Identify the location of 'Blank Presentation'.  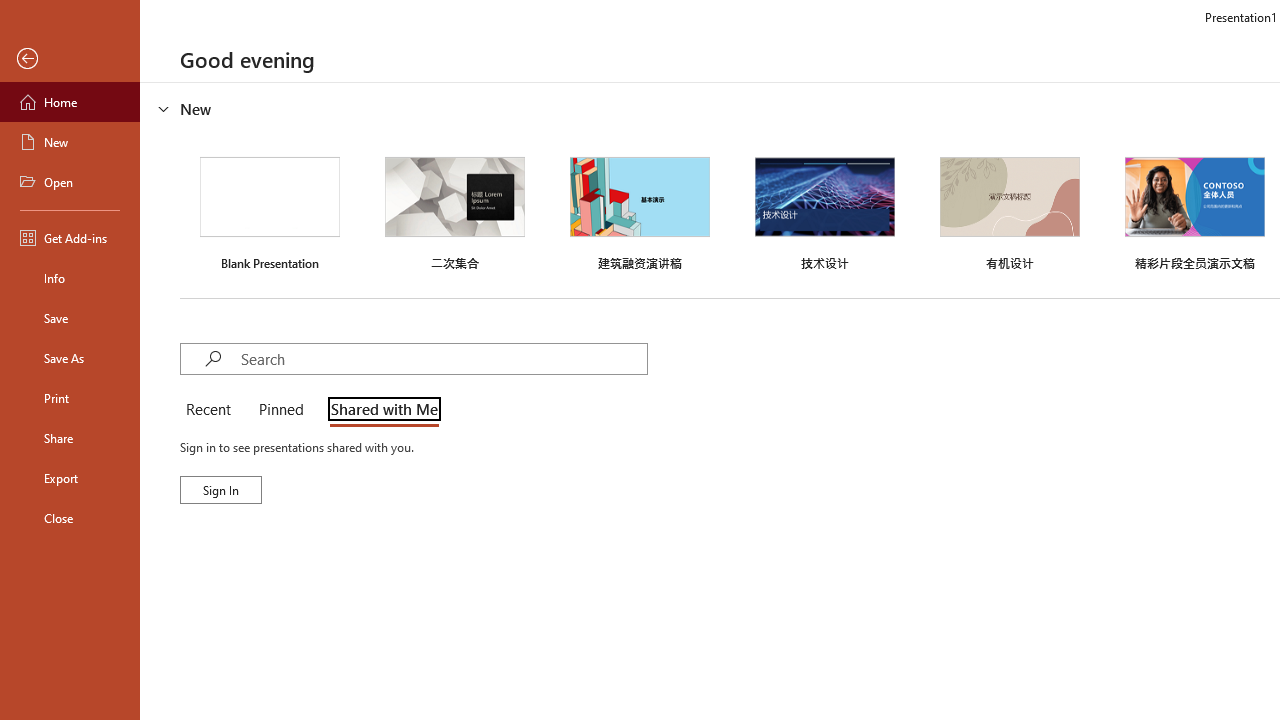
(269, 211).